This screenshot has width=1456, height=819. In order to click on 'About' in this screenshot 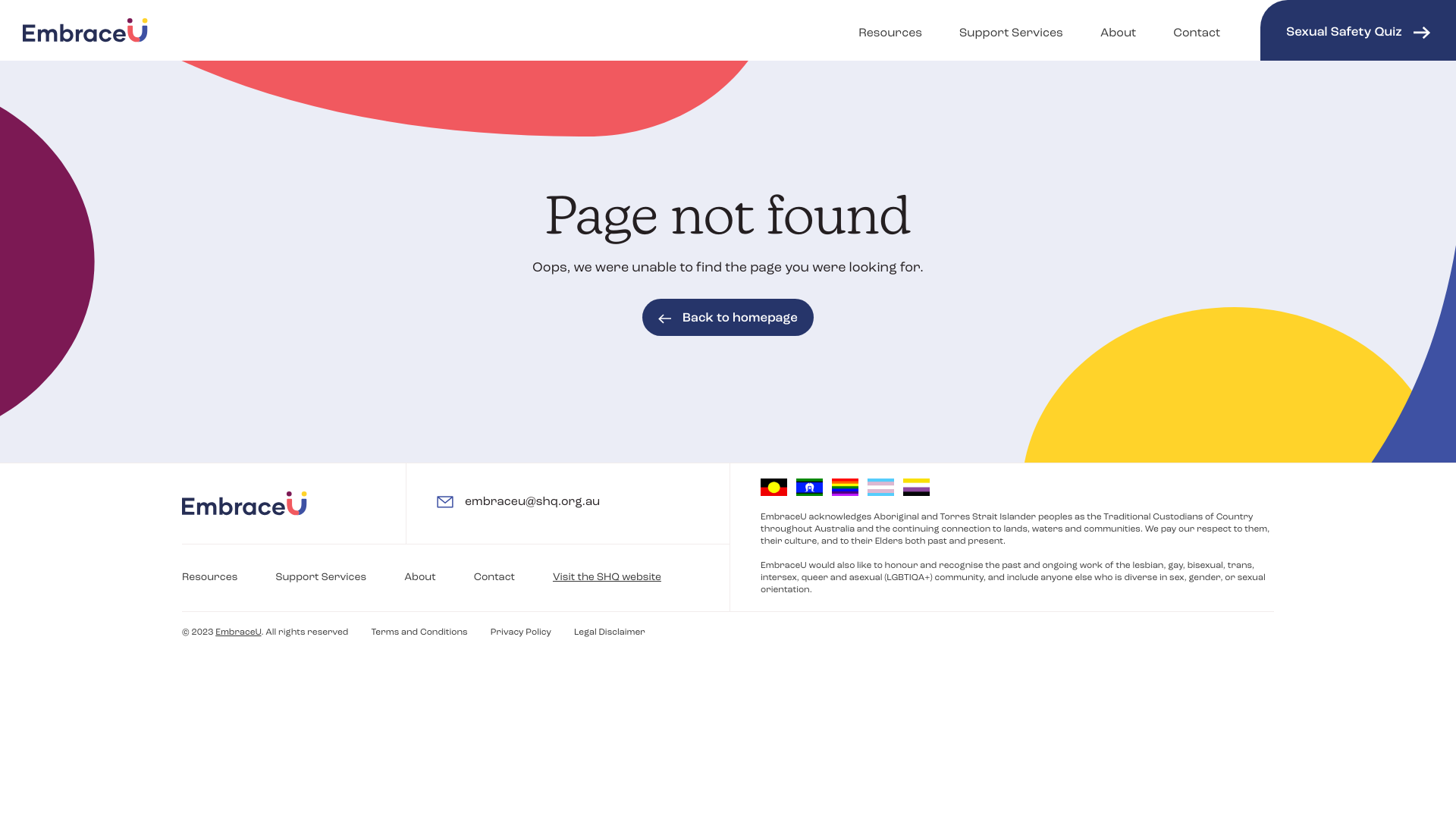, I will do `click(1118, 30)`.